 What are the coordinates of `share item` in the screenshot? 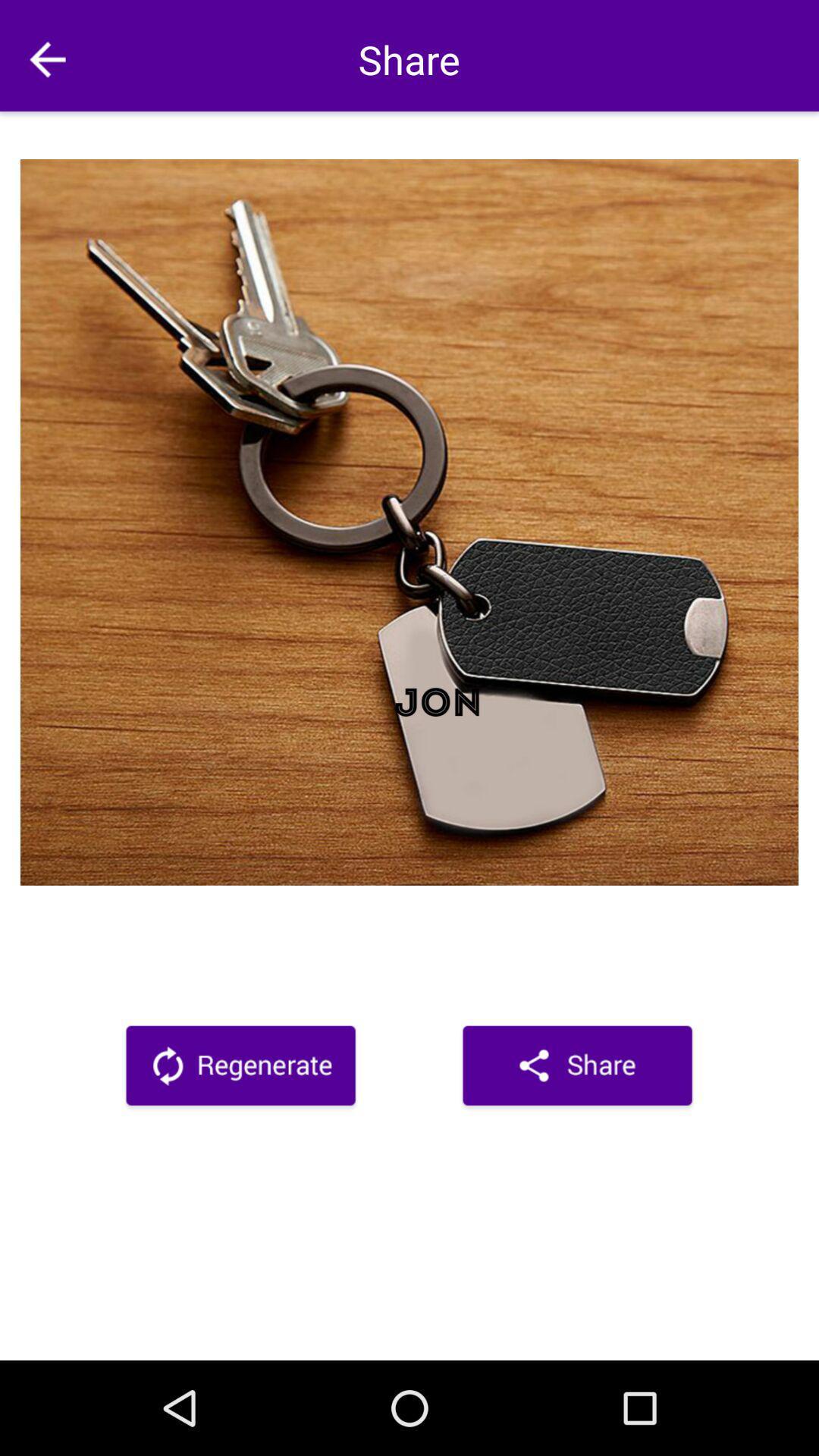 It's located at (577, 1068).